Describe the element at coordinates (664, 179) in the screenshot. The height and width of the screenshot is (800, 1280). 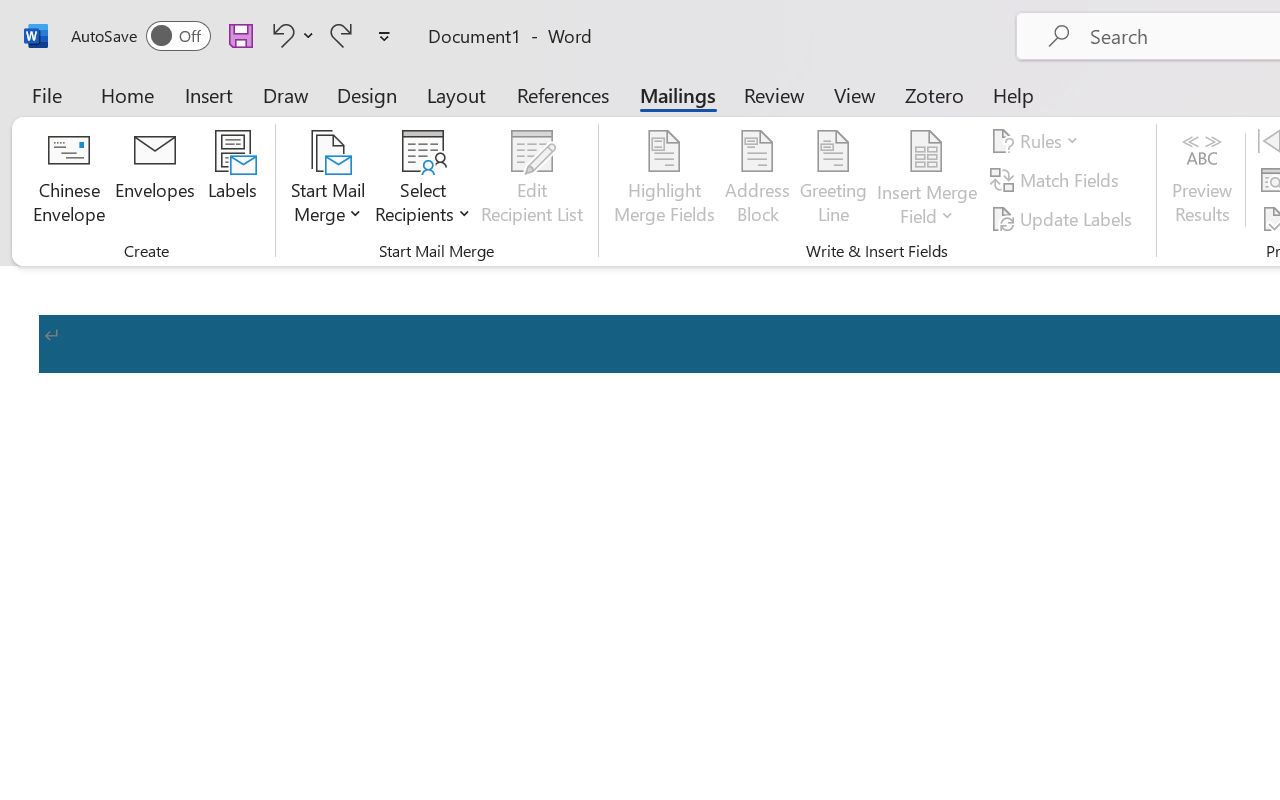
I see `'Highlight Merge Fields'` at that location.